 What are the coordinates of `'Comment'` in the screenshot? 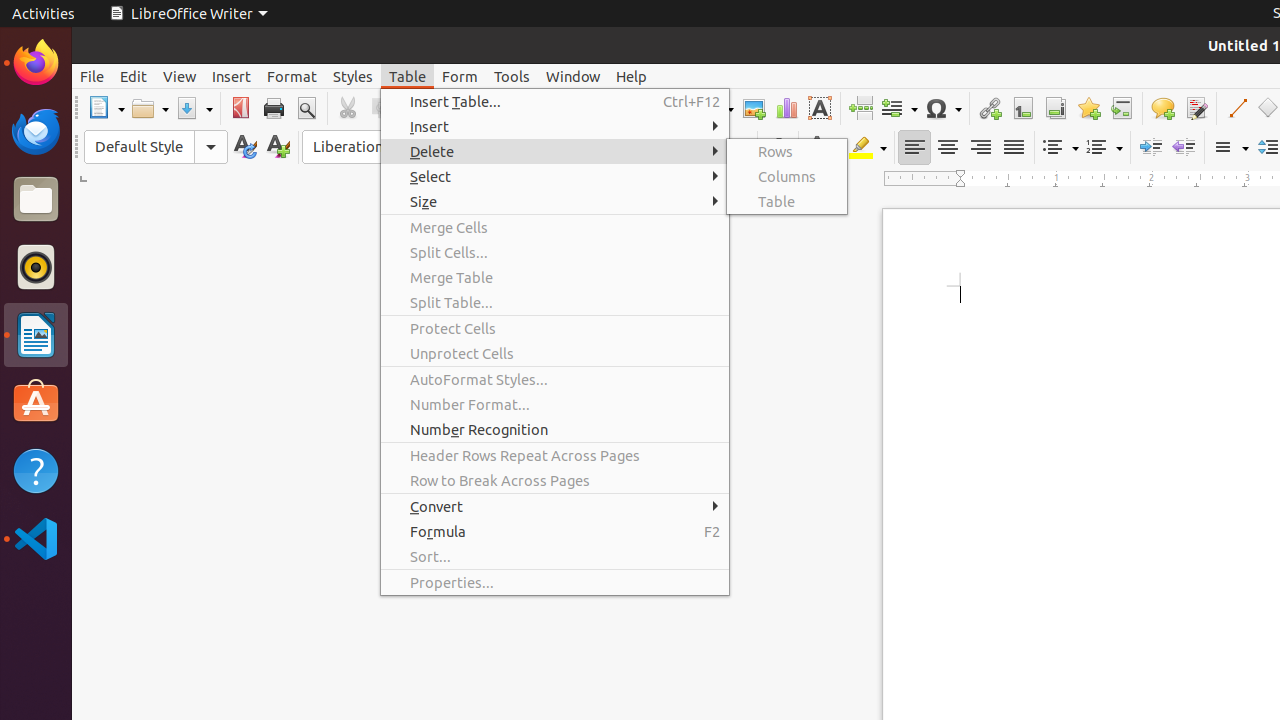 It's located at (1162, 108).